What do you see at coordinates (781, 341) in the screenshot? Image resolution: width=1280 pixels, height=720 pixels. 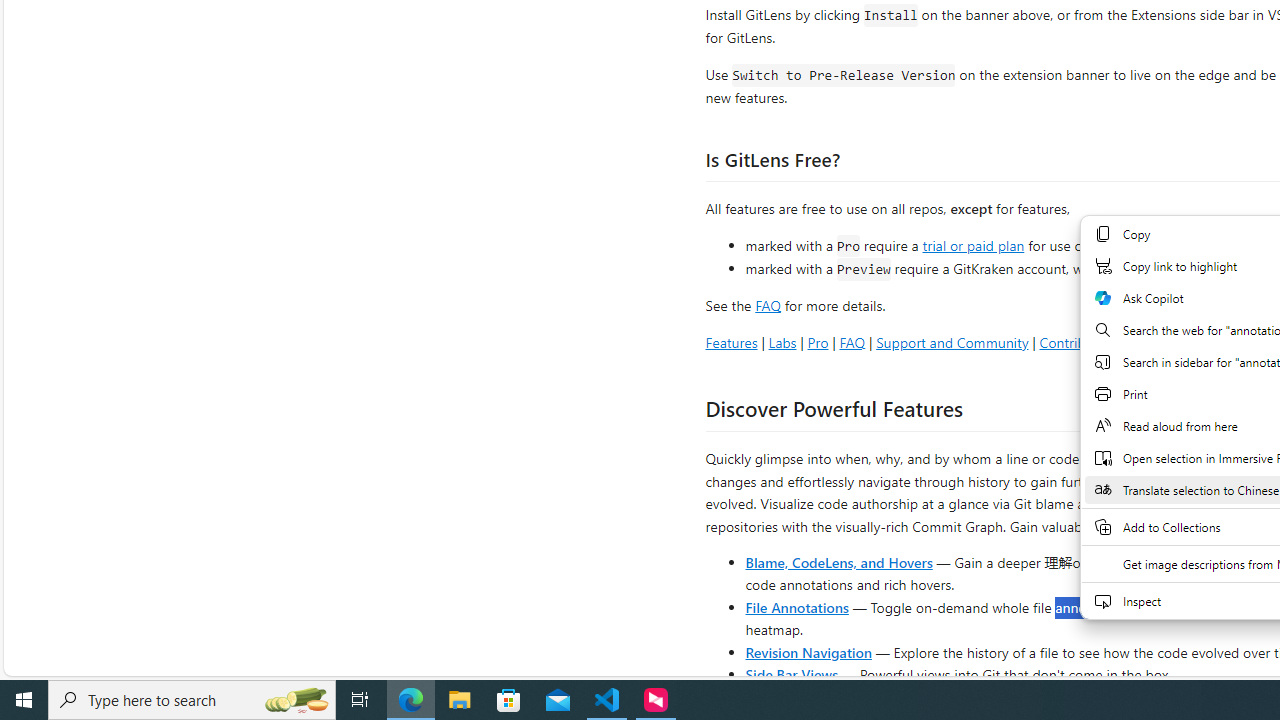 I see `'Labs'` at bounding box center [781, 341].